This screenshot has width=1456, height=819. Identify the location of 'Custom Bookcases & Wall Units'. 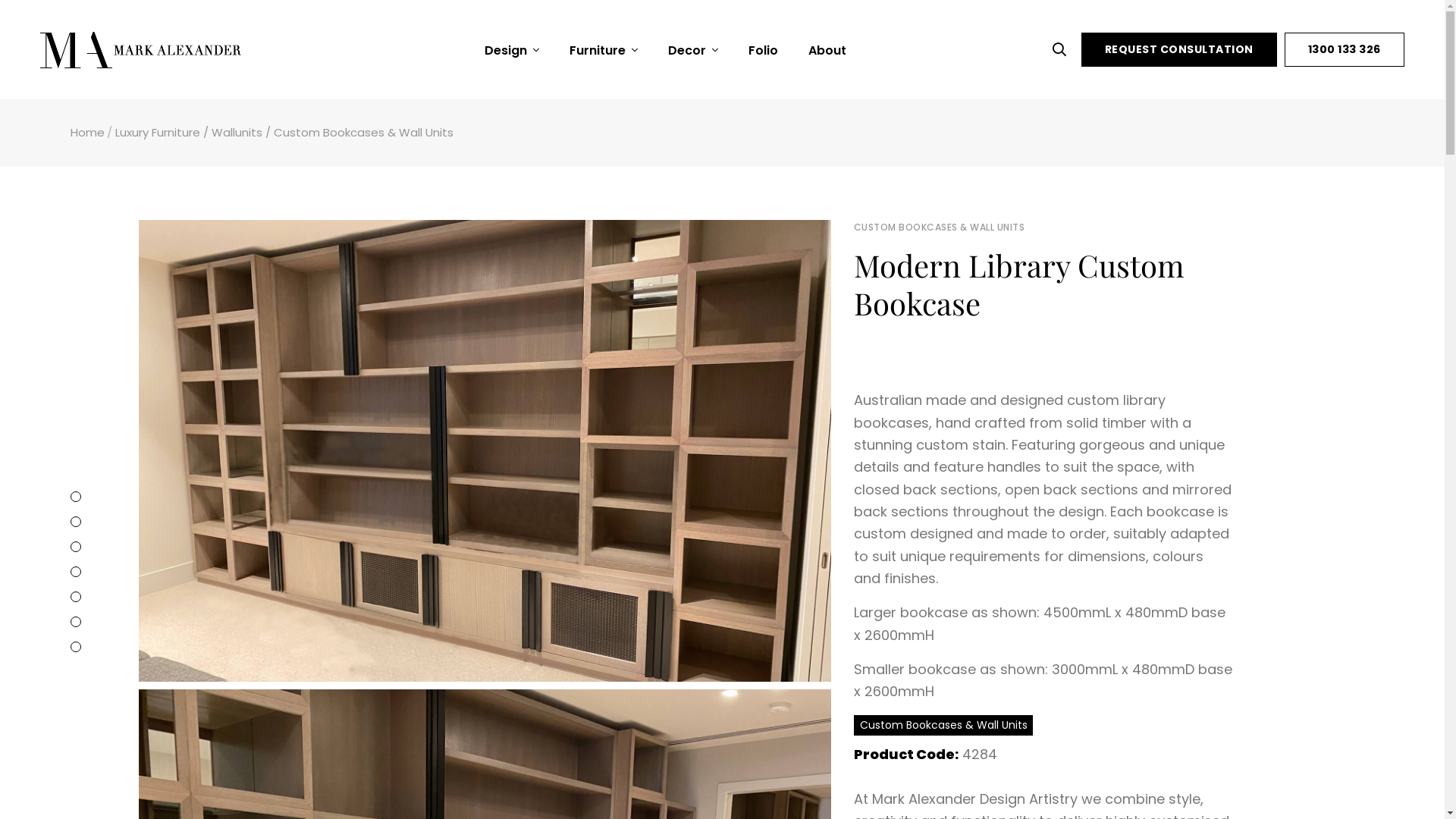
(942, 724).